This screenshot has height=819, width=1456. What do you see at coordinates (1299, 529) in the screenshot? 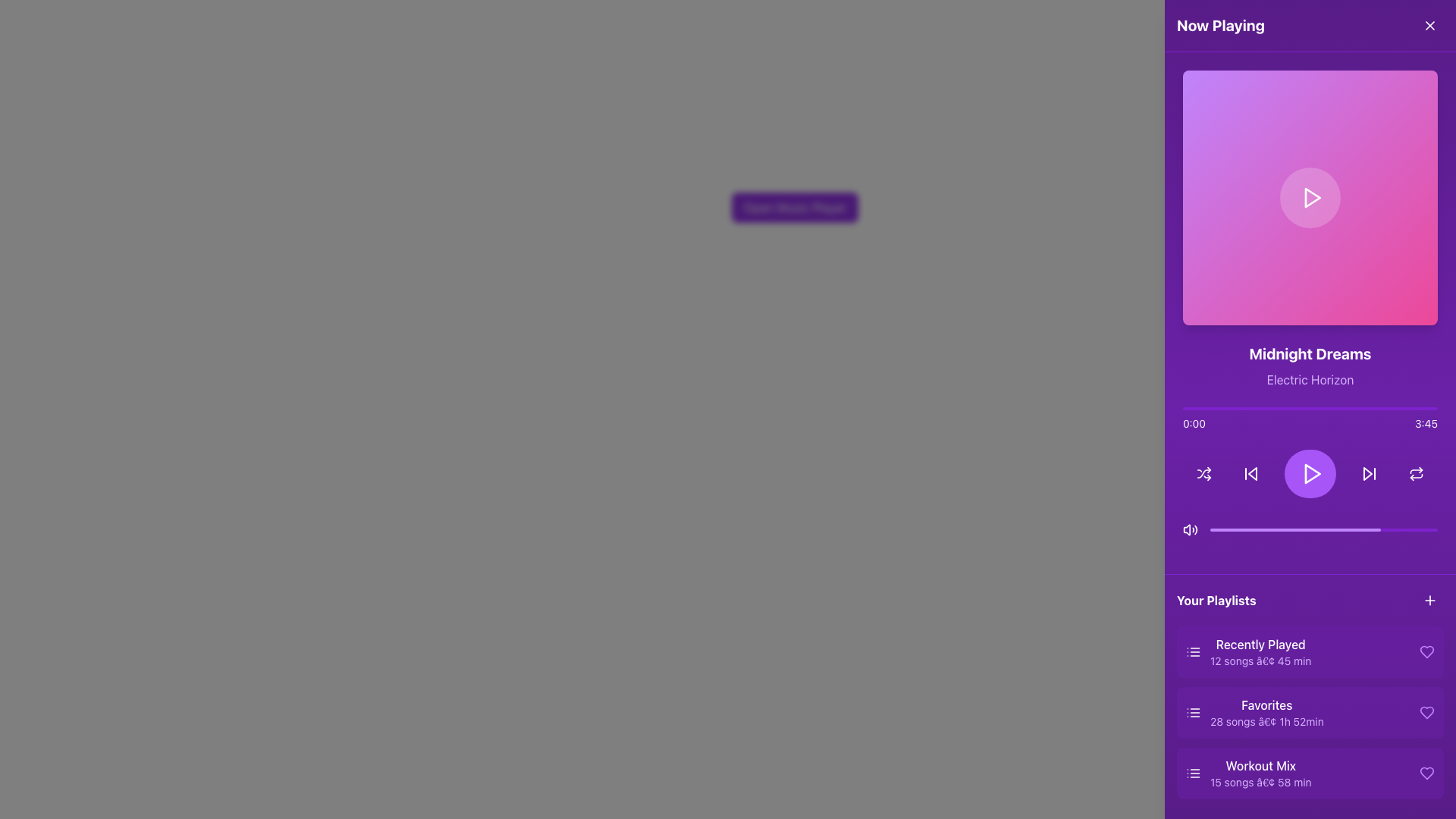
I see `the playback progress` at bounding box center [1299, 529].